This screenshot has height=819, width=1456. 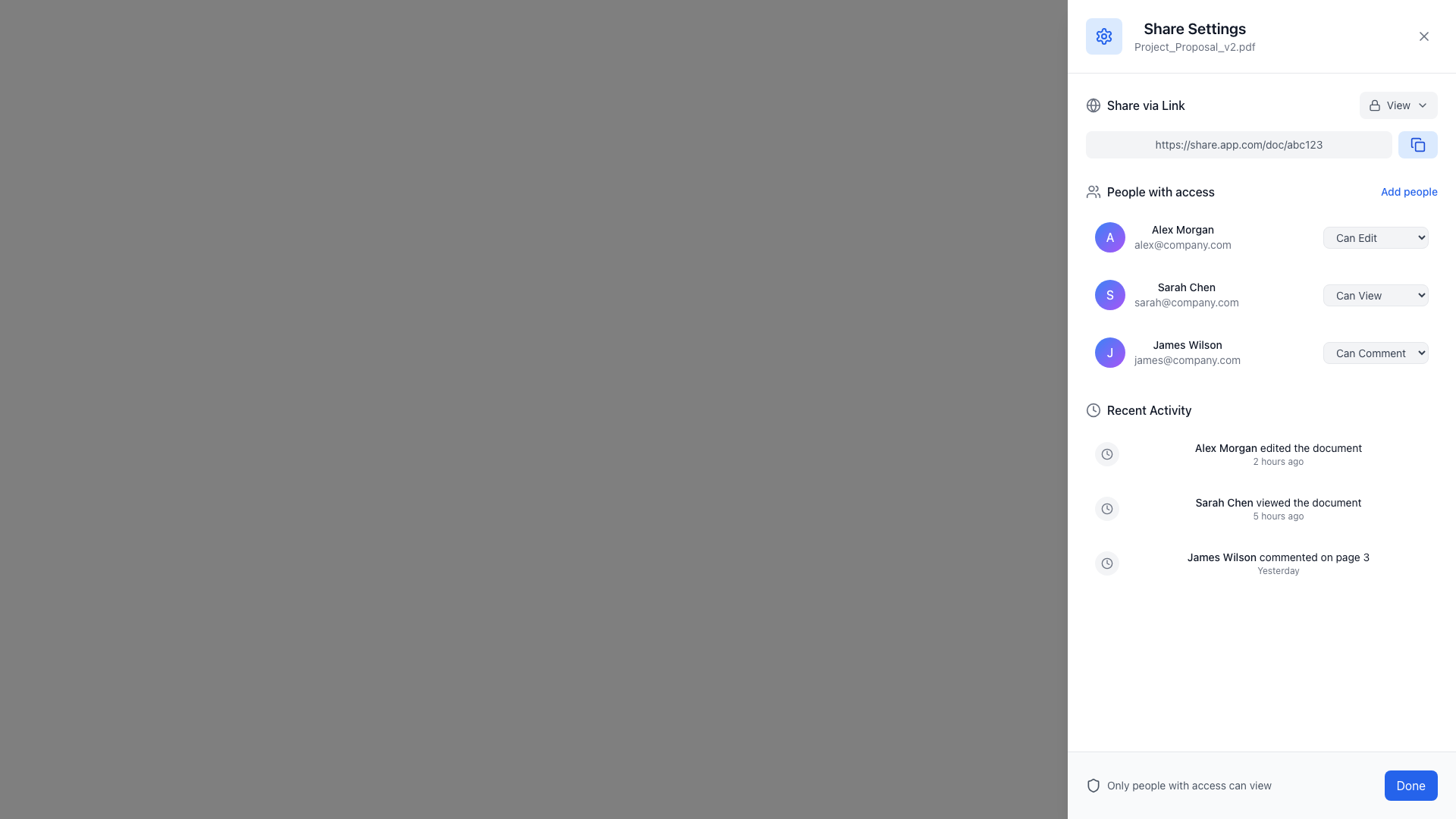 I want to click on the dropdown button on the user row for 'Alex Morgan' to change permissions, so click(x=1262, y=237).